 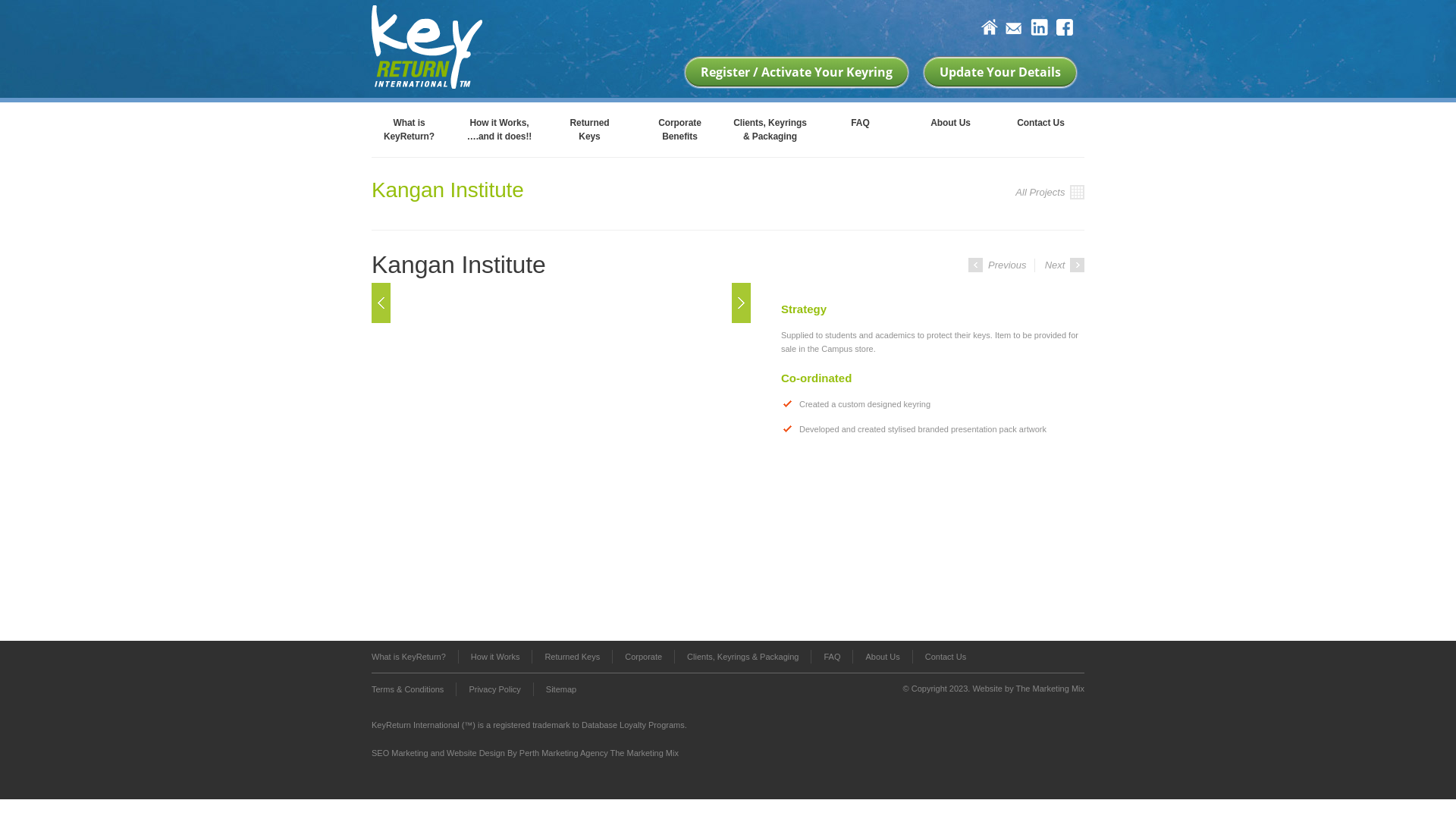 What do you see at coordinates (795, 72) in the screenshot?
I see `'Register / Activate Your Keyring'` at bounding box center [795, 72].